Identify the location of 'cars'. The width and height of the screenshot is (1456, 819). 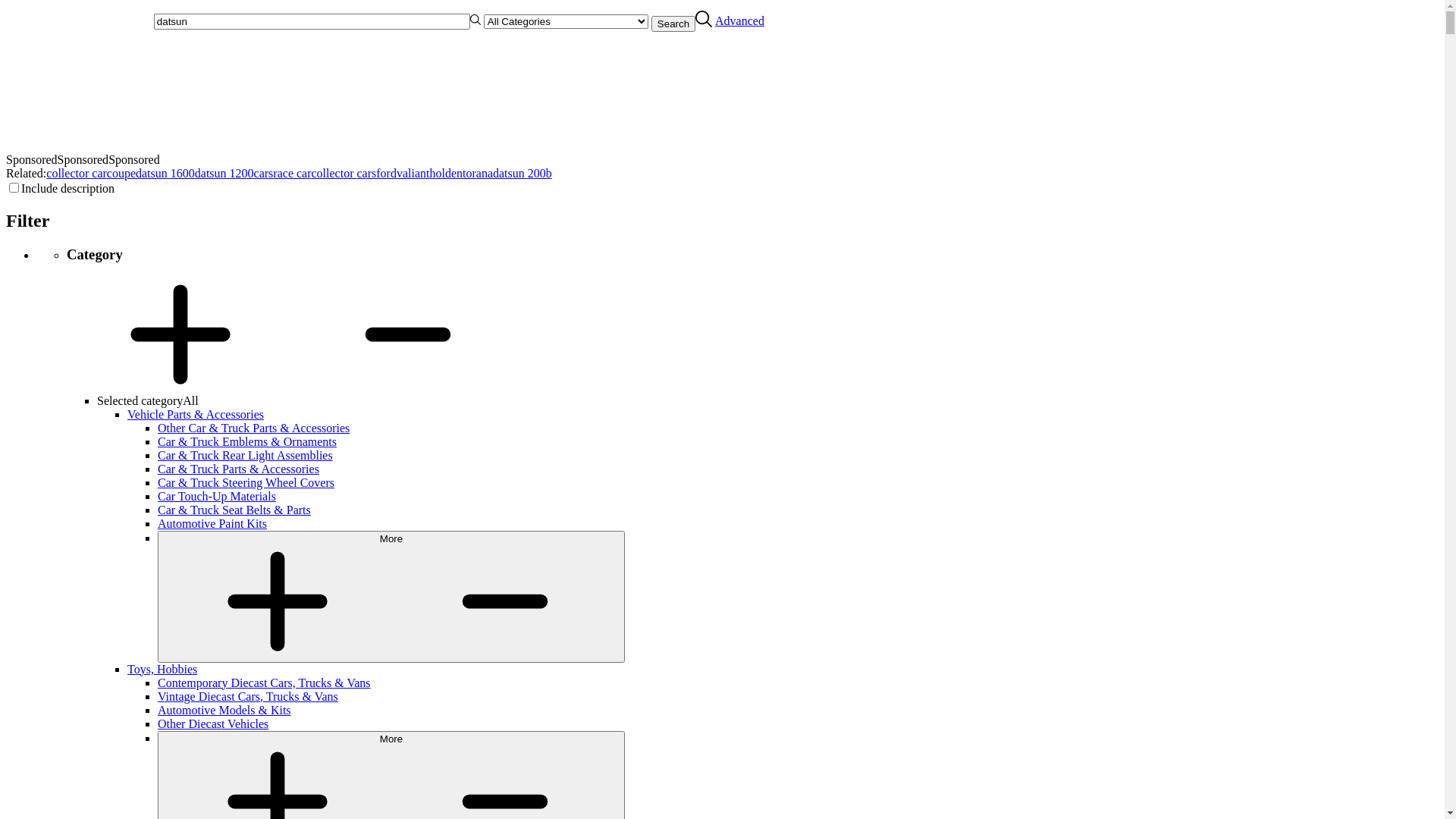
(263, 172).